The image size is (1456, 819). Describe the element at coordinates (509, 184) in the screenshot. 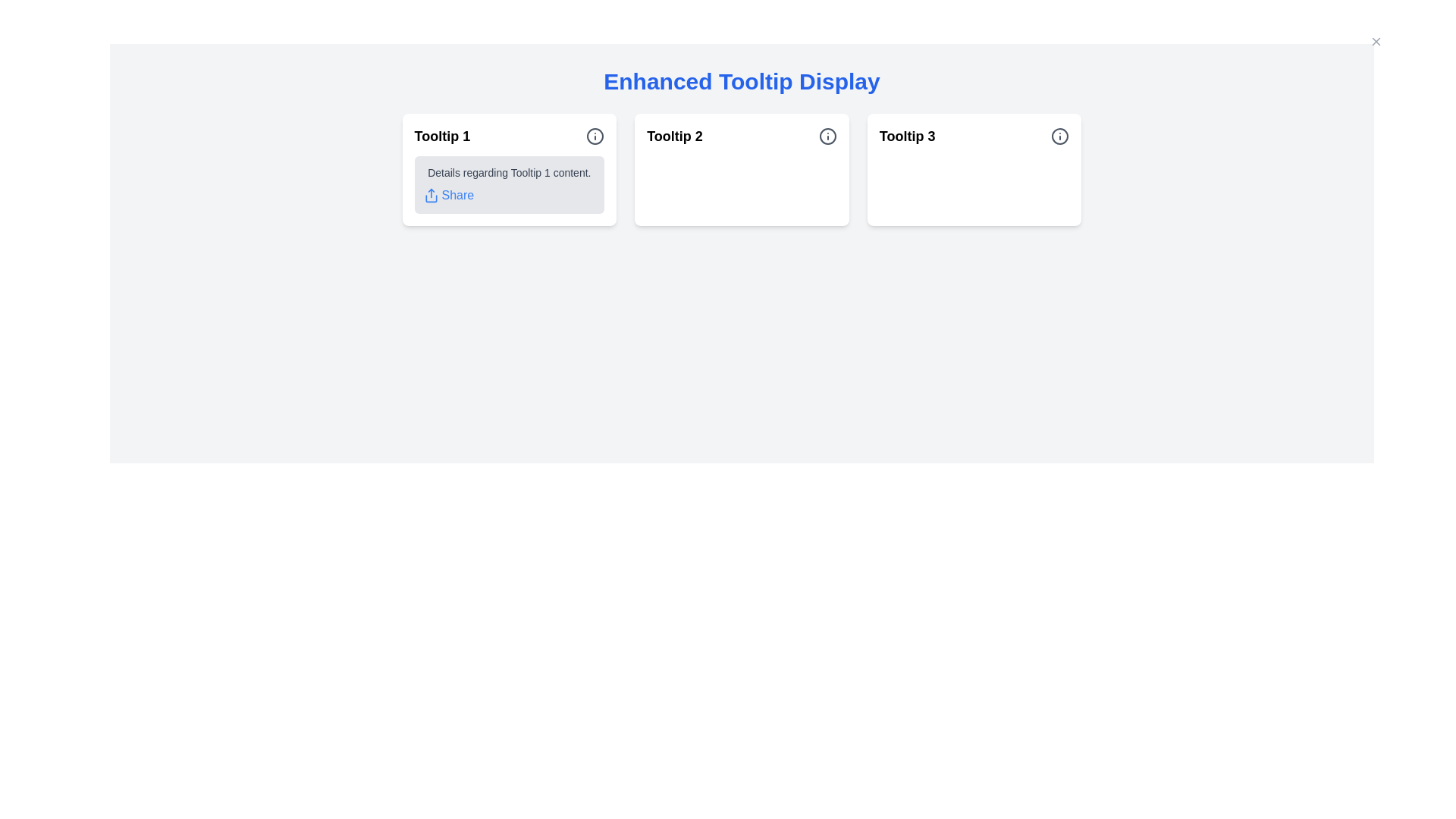

I see `the interactive link text within the content box of 'Tooltip 1' to trigger the tooltip or hover effect` at that location.